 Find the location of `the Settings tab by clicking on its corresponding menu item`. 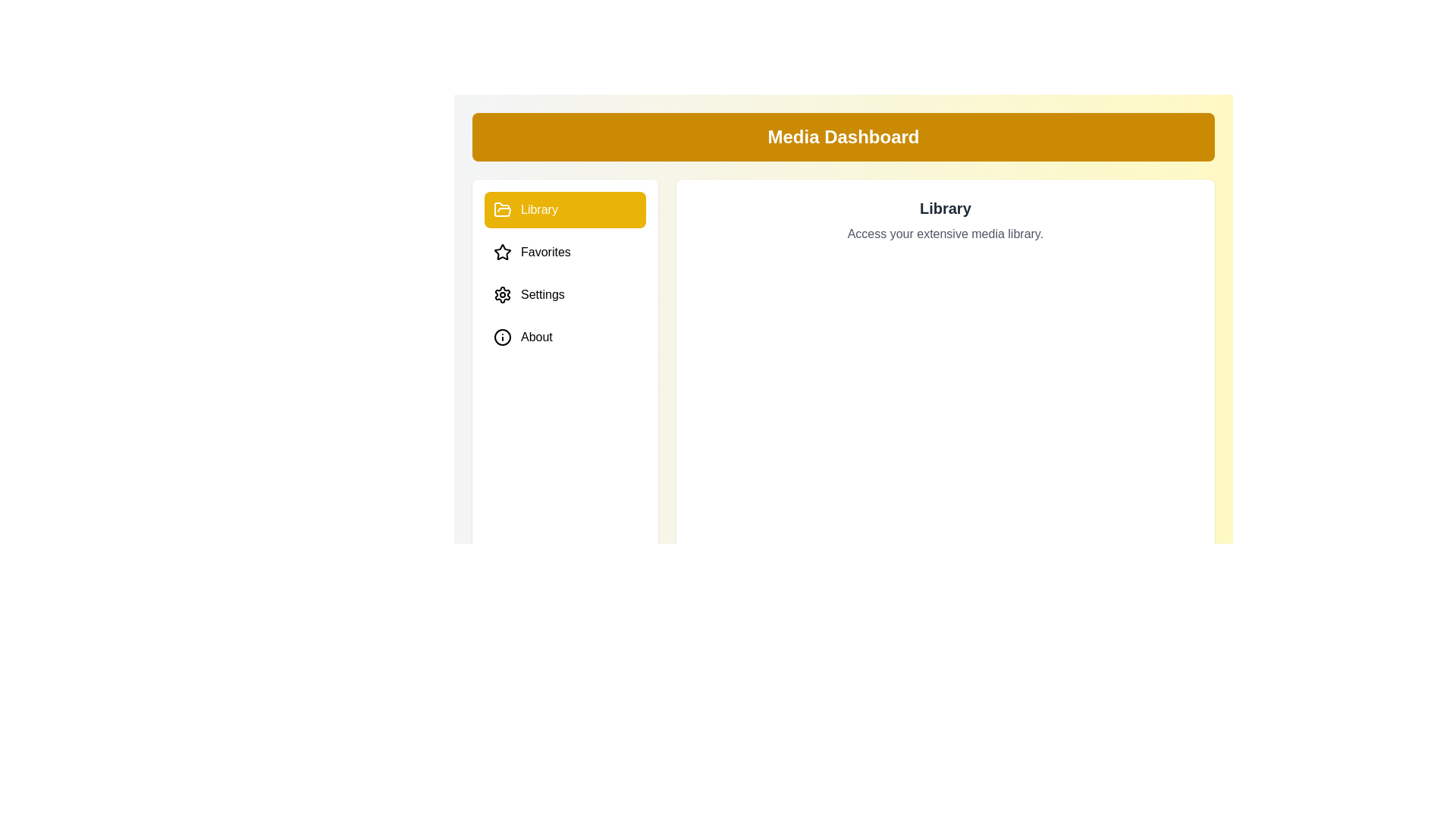

the Settings tab by clicking on its corresponding menu item is located at coordinates (564, 295).